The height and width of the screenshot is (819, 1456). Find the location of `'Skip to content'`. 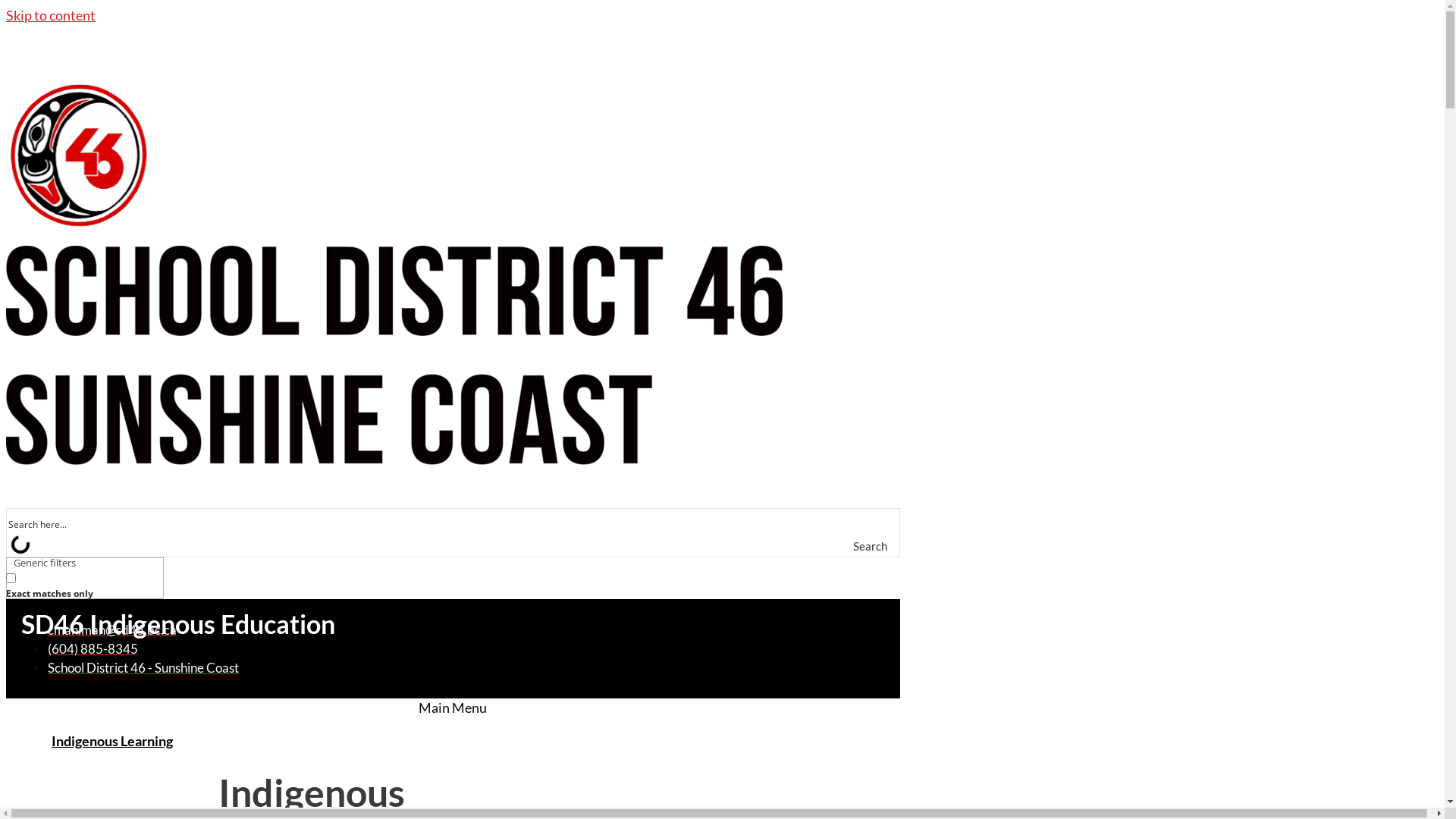

'Skip to content' is located at coordinates (6, 14).